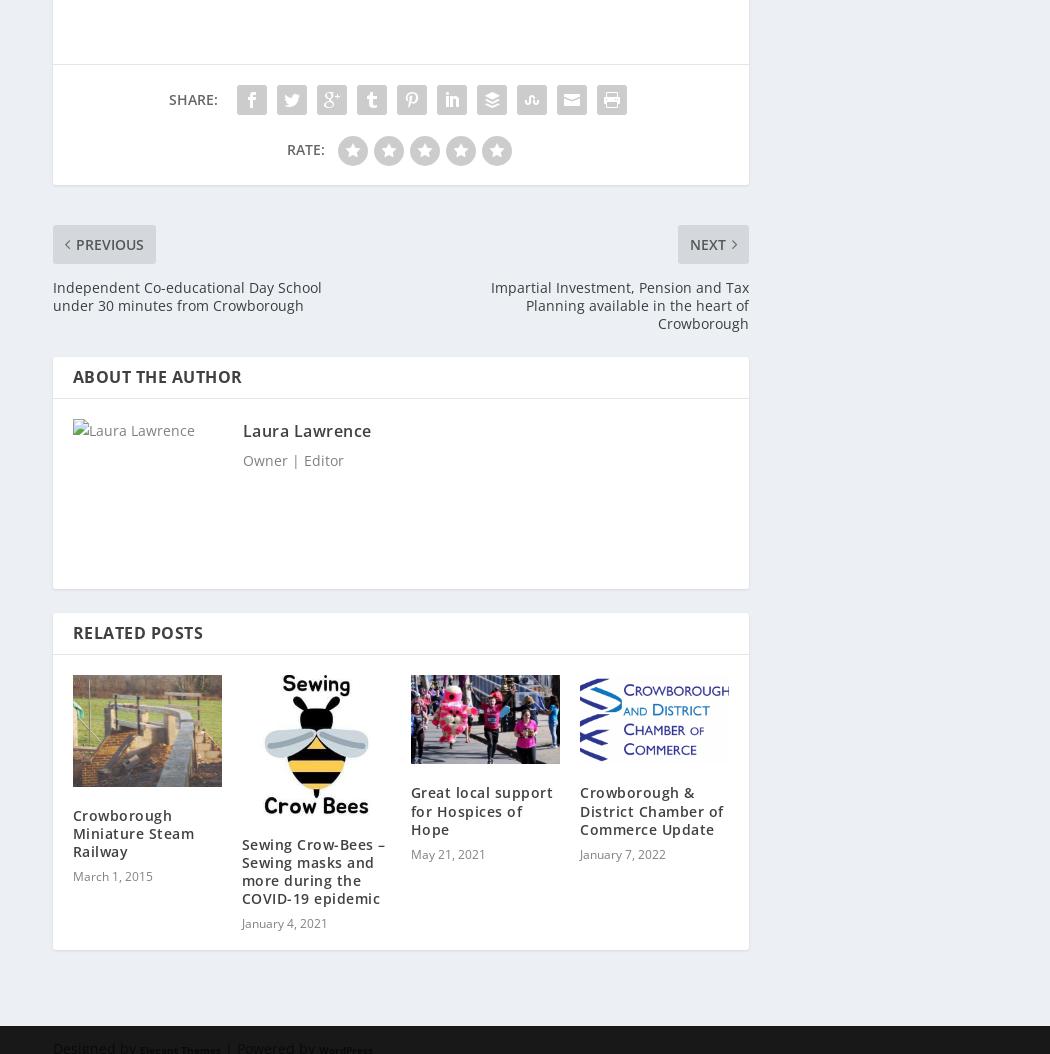  Describe the element at coordinates (650, 800) in the screenshot. I see `'Crowborough & District Chamber of Commerce Update'` at that location.